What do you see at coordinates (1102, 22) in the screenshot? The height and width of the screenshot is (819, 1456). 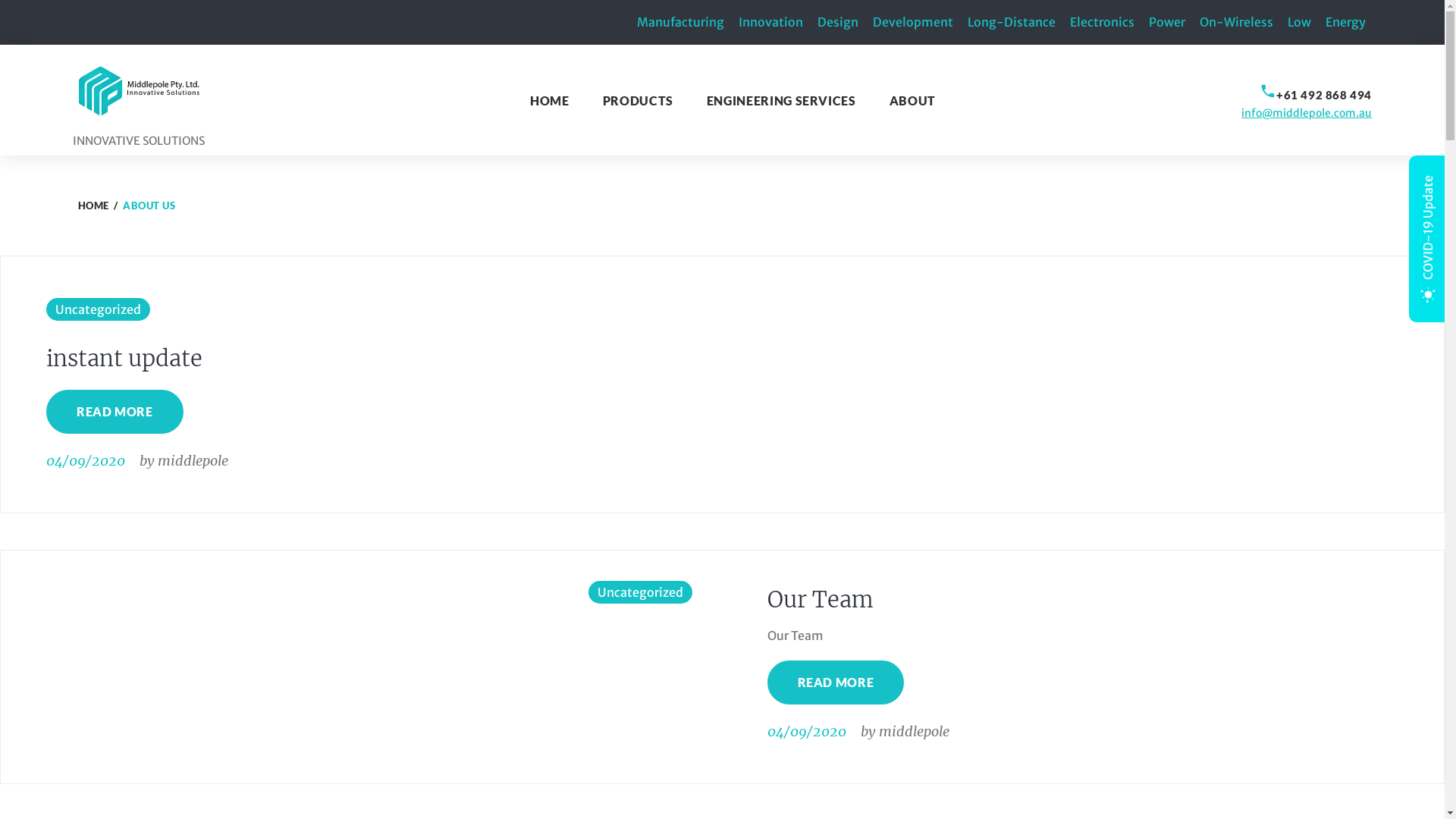 I see `'Electronics'` at bounding box center [1102, 22].